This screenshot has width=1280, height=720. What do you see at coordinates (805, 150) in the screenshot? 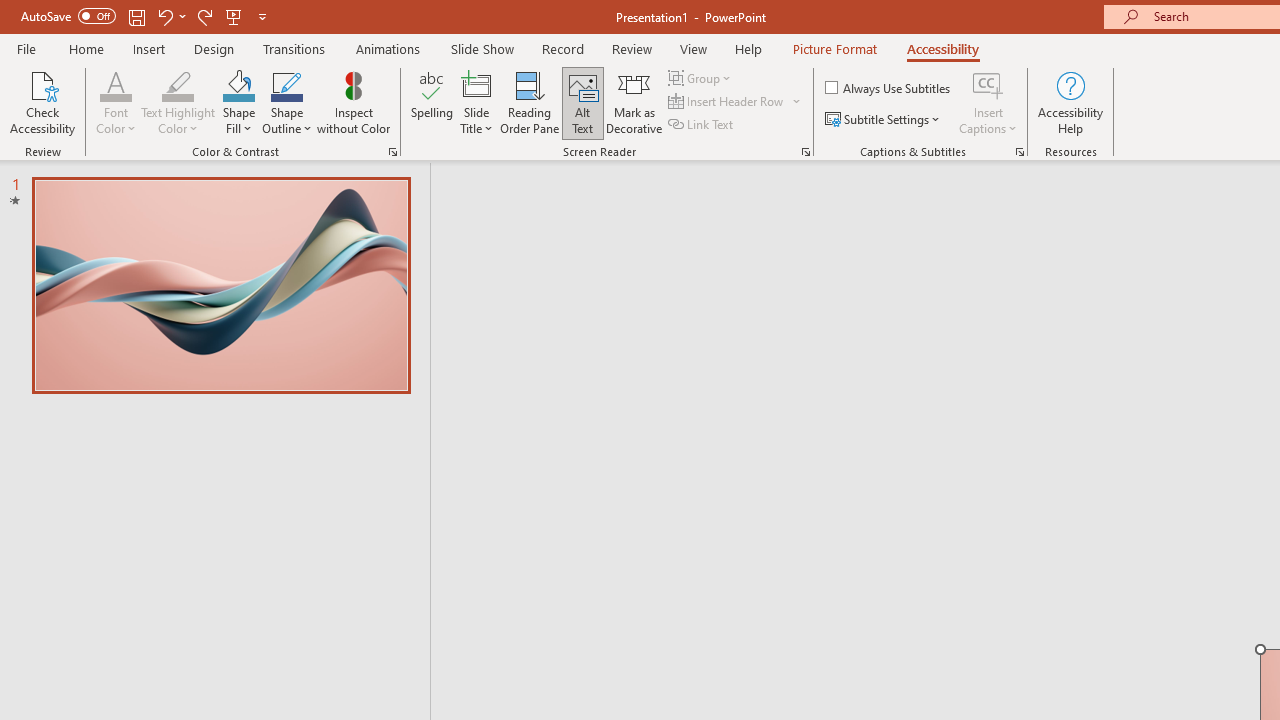
I see `'Screen Reader'` at bounding box center [805, 150].